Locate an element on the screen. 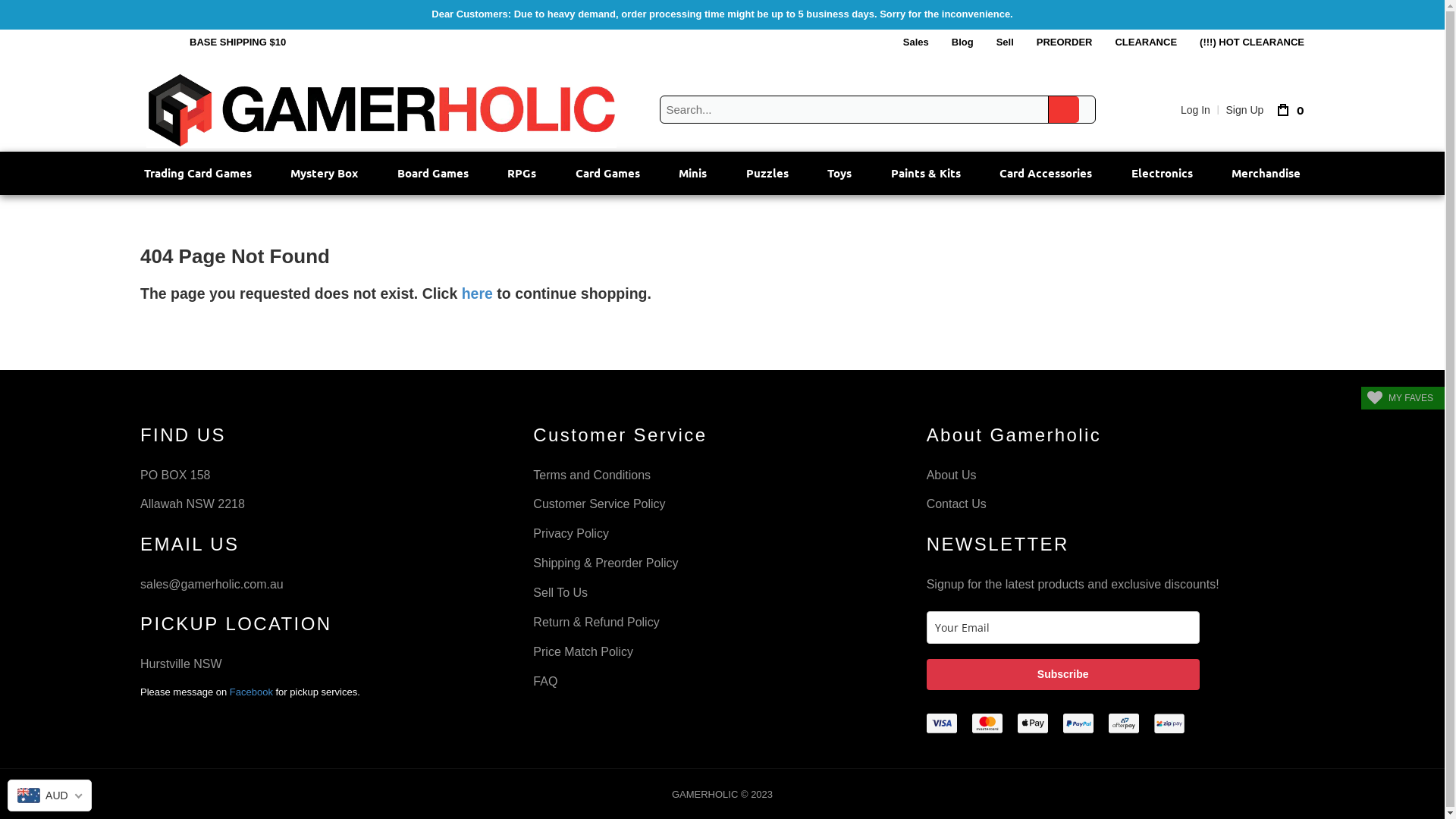 Image resolution: width=1456 pixels, height=819 pixels. 'PREORDER' is located at coordinates (1025, 42).